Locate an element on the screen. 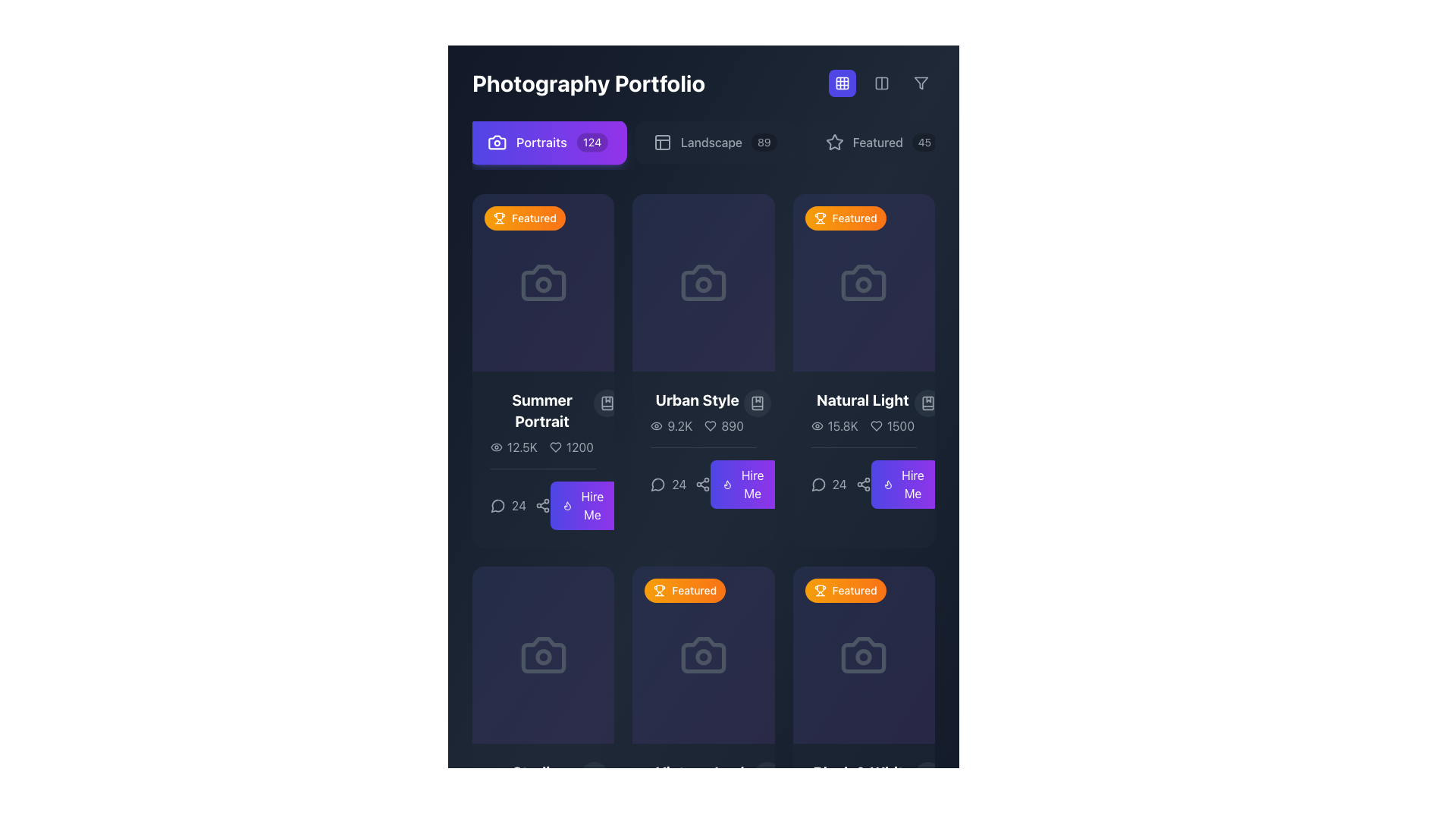 The width and height of the screenshot is (1456, 819). the trophy icon element within the highlighted badge that has a 'Featured' label, located at the top-left corner of the card is located at coordinates (660, 590).